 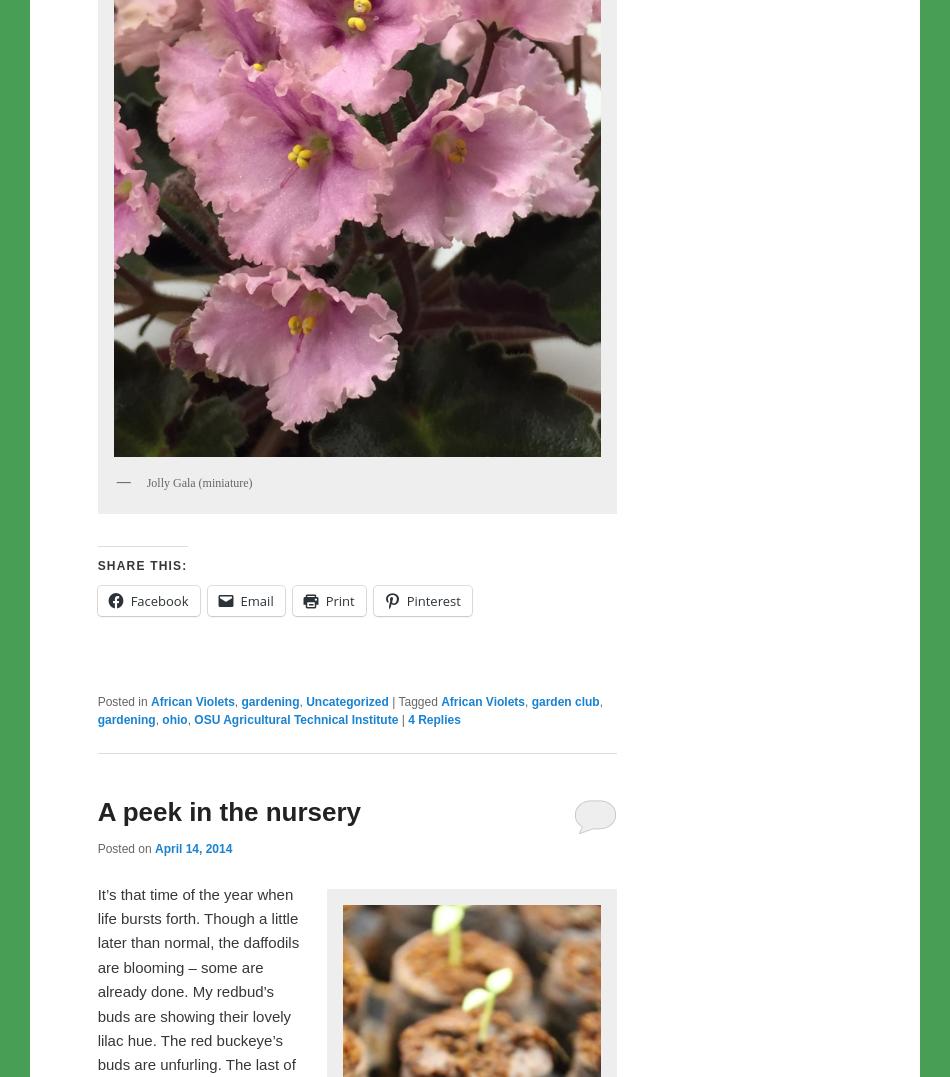 I want to click on 'ohio', so click(x=174, y=719).